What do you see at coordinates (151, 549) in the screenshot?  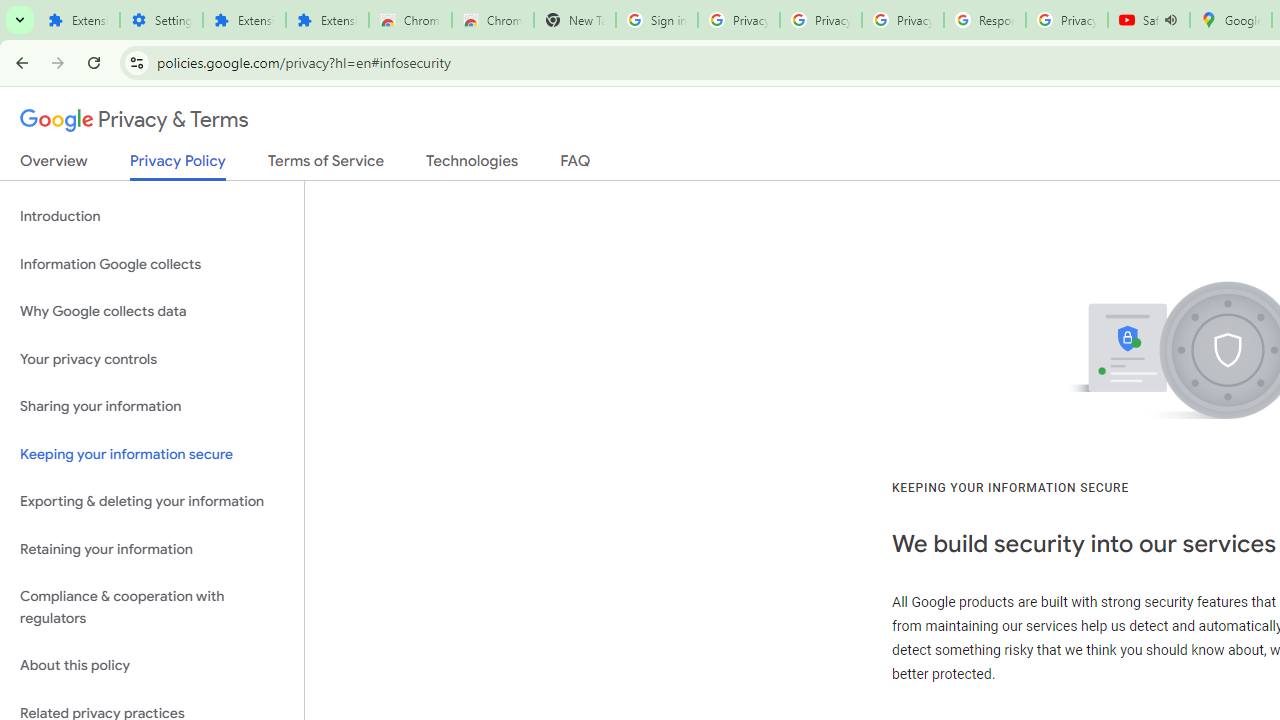 I see `'Retaining your information'` at bounding box center [151, 549].